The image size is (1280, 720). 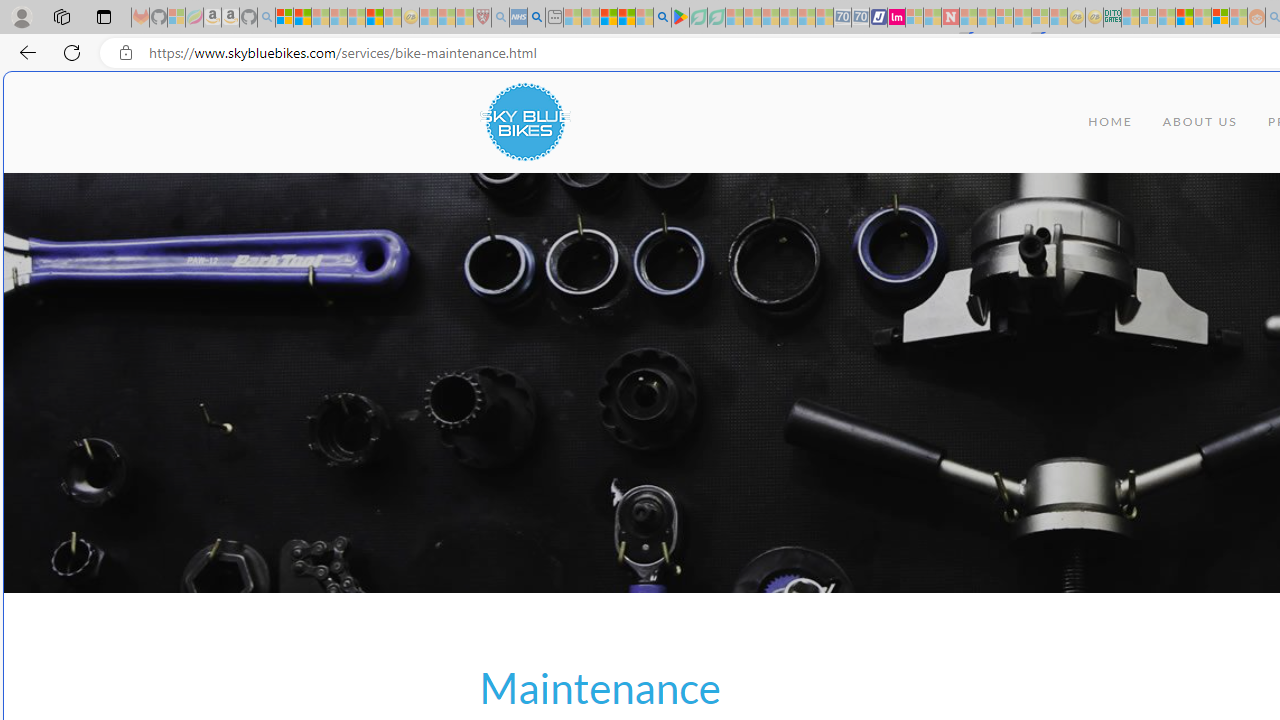 I want to click on 'Expert Portfolios', so click(x=1184, y=17).